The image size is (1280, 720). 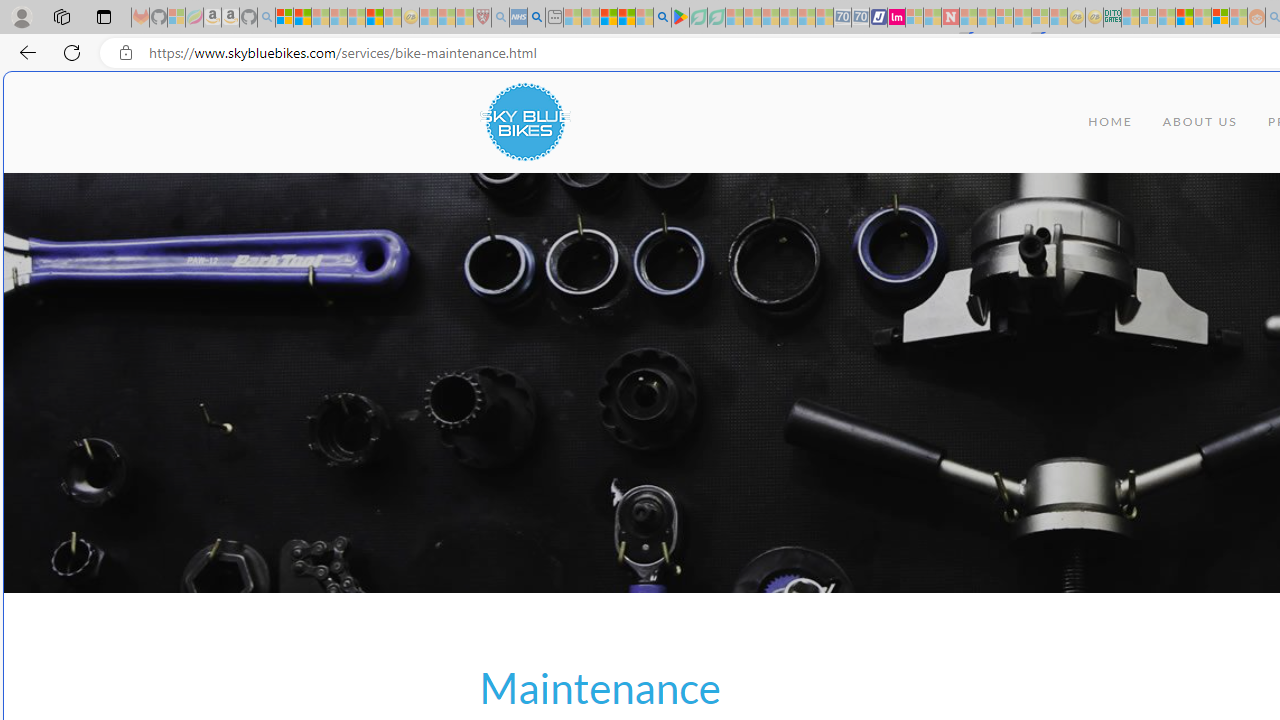 I want to click on 'Expert Portfolios', so click(x=1184, y=17).